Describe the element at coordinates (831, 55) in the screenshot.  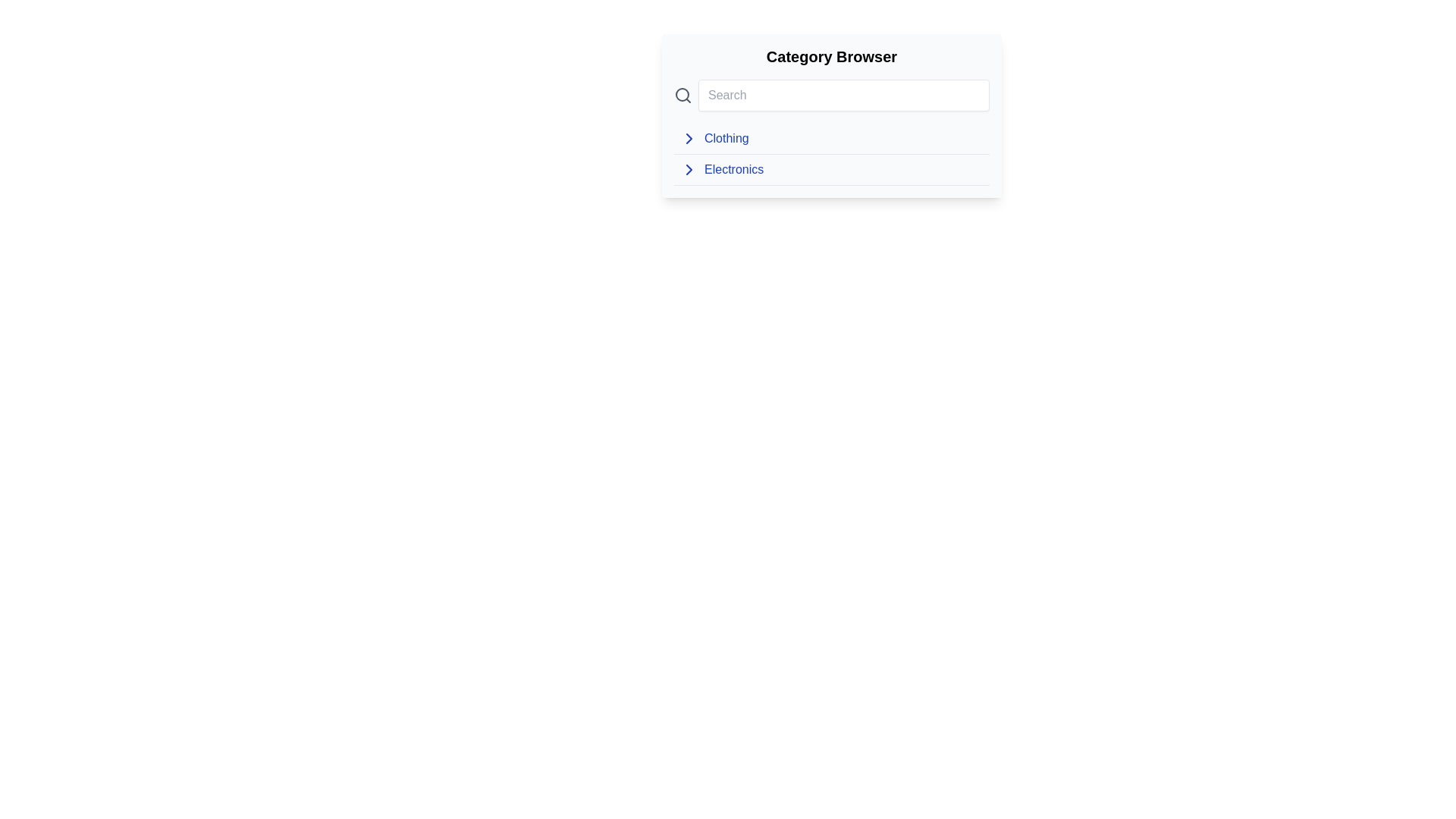
I see `the bold and large heading text displaying 'Category Browser' which is aligned left at the top of the interface panel` at that location.